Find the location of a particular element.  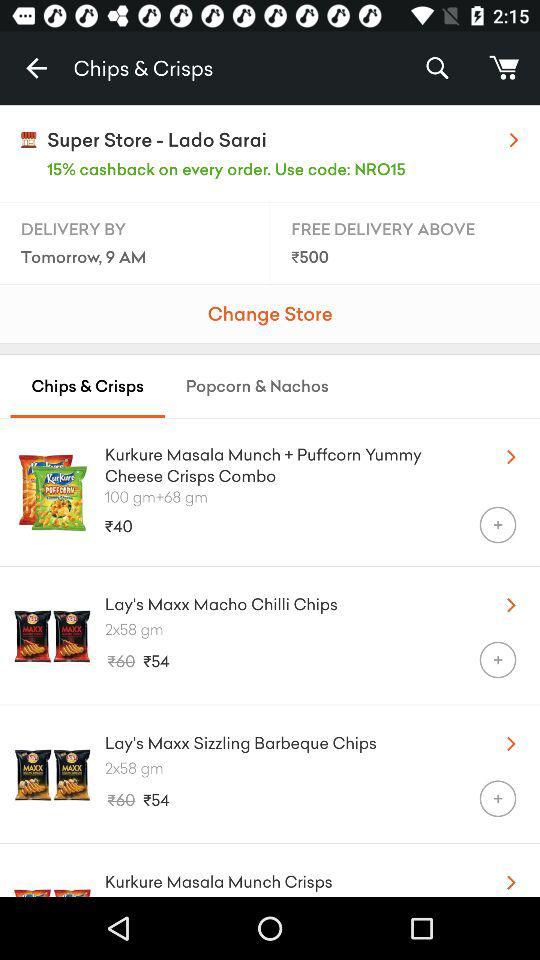

the icon to the right of chips & crisps is located at coordinates (436, 68).